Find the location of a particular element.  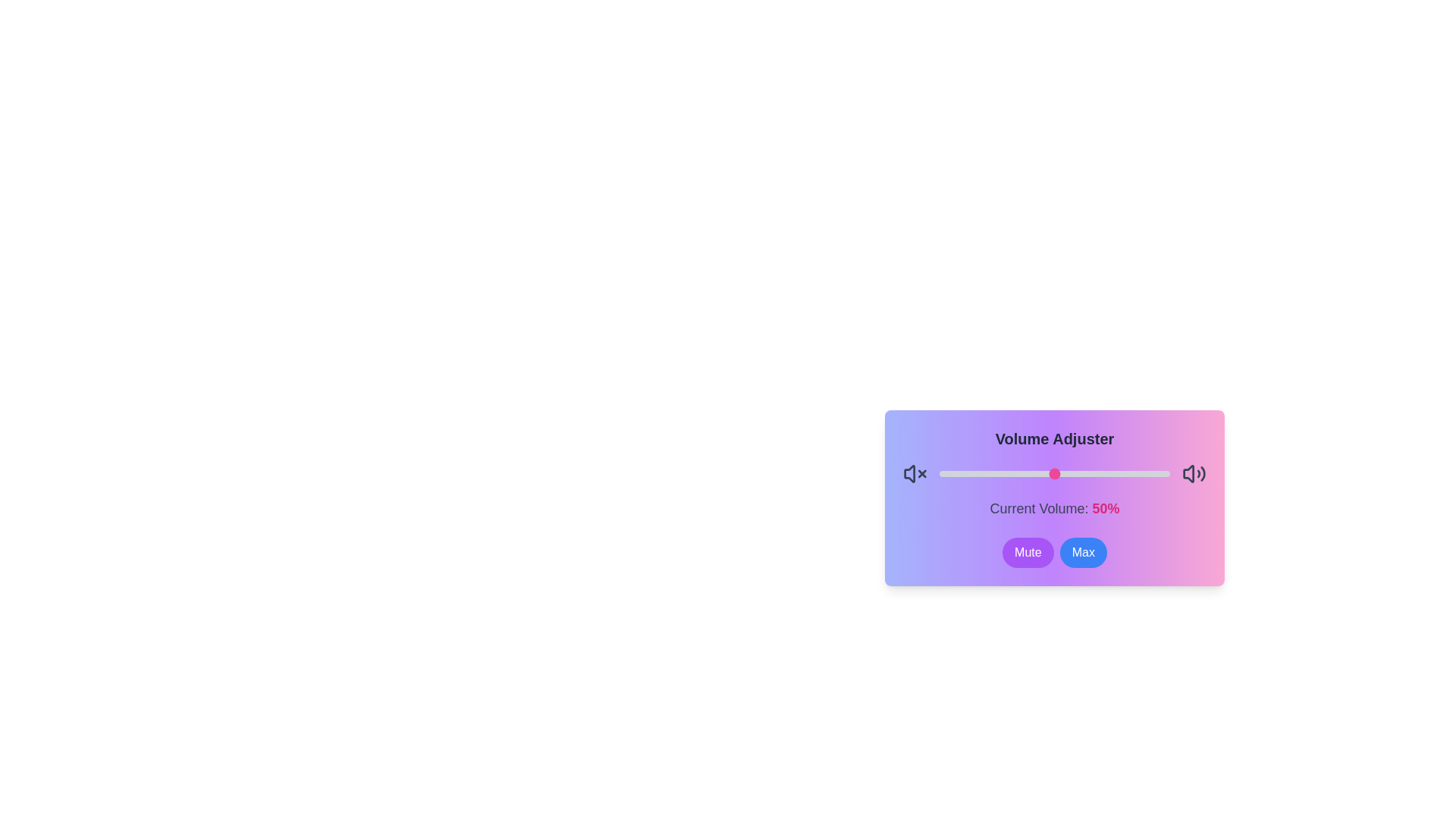

the 'Max' button to set the volume to maximum is located at coordinates (1082, 553).